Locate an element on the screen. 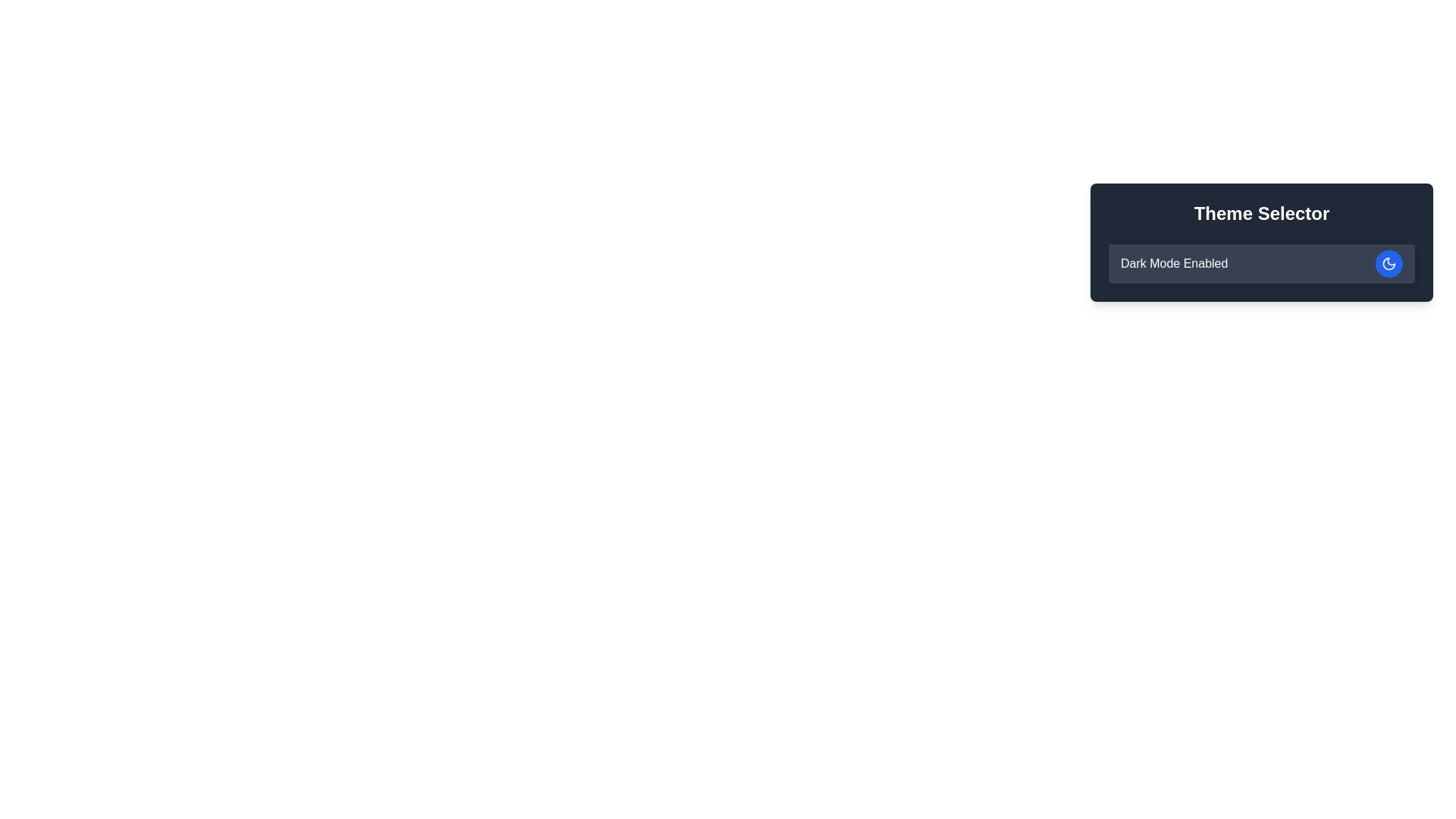  the crescent moon icon located within the theme selector interface, adjacent to the 'Dark Mode Enabled' button is located at coordinates (1389, 262).